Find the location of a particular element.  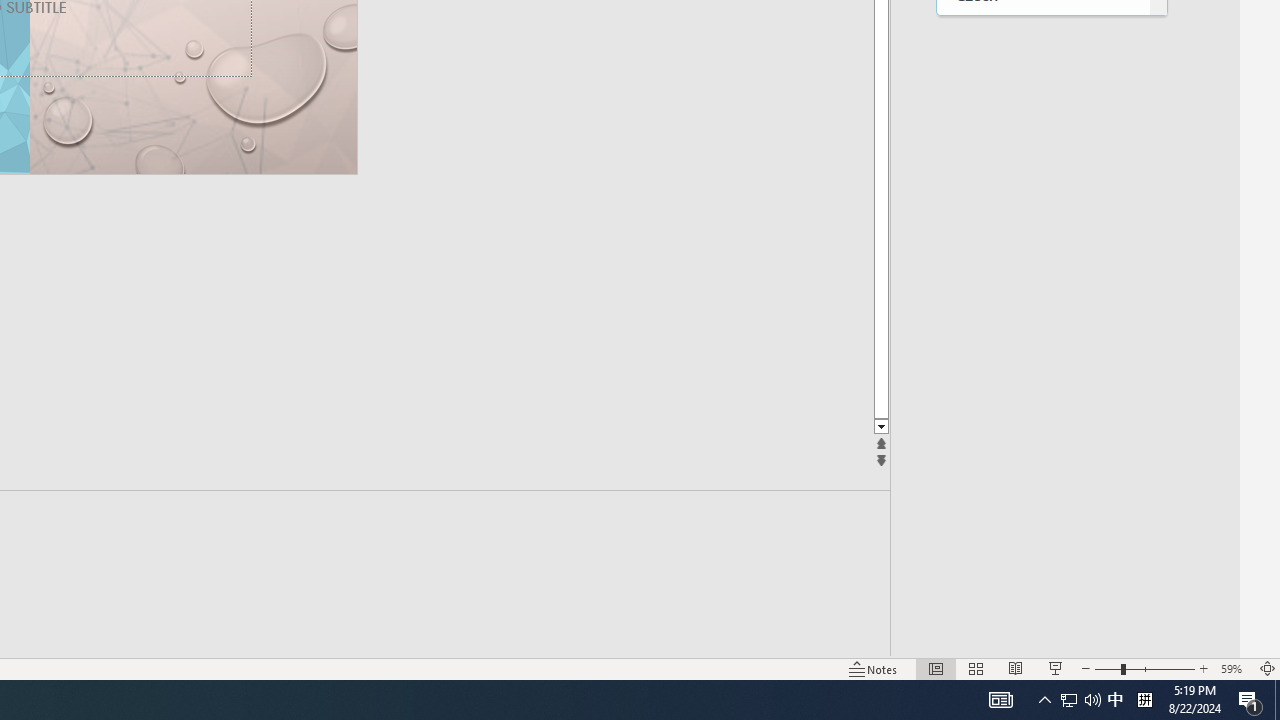

'Dutch' is located at coordinates (1042, 198).